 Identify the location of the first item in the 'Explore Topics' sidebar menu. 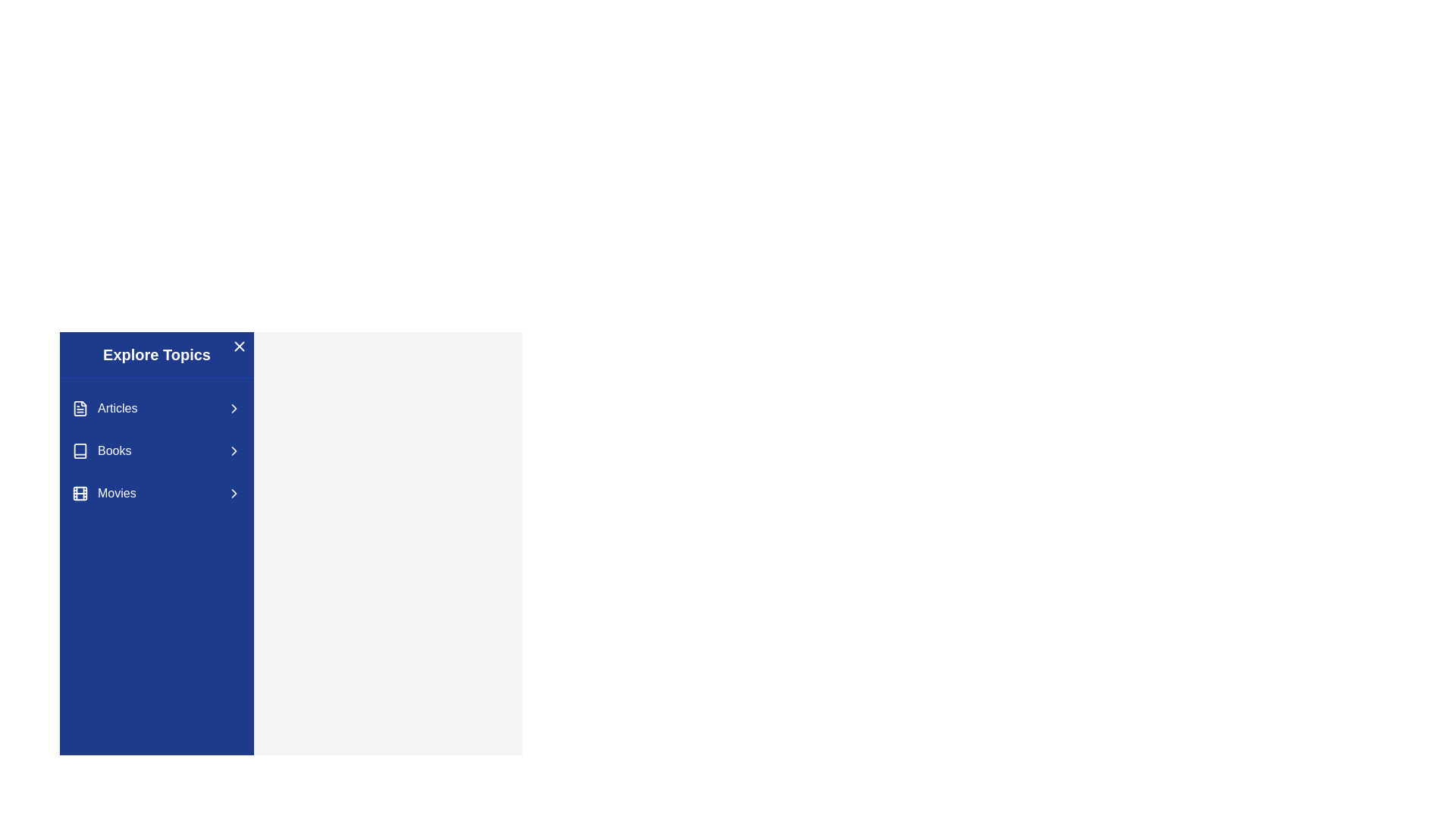
(156, 408).